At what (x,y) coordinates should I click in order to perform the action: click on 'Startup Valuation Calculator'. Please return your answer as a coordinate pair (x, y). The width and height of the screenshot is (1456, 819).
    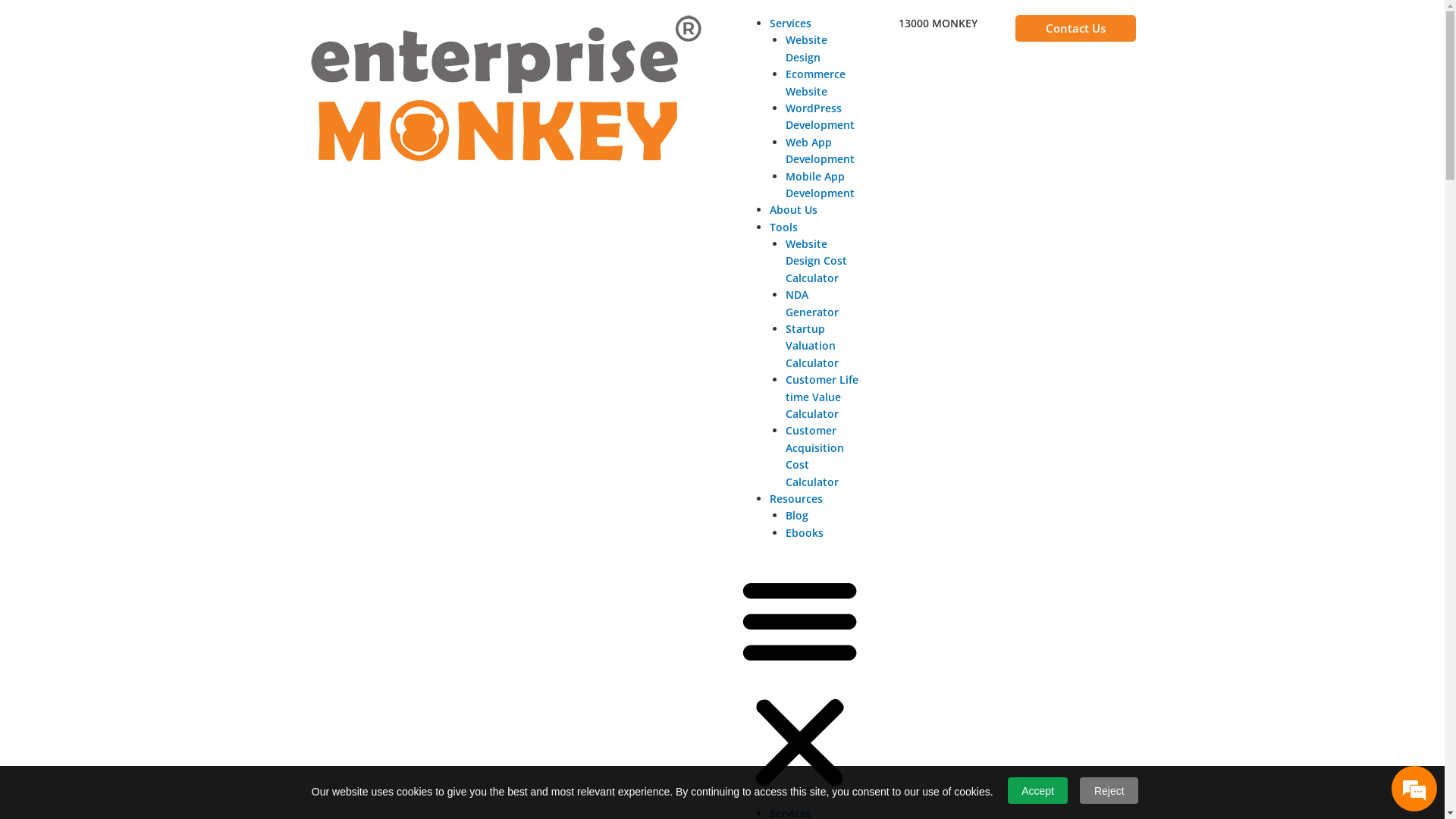
    Looking at the image, I should click on (811, 345).